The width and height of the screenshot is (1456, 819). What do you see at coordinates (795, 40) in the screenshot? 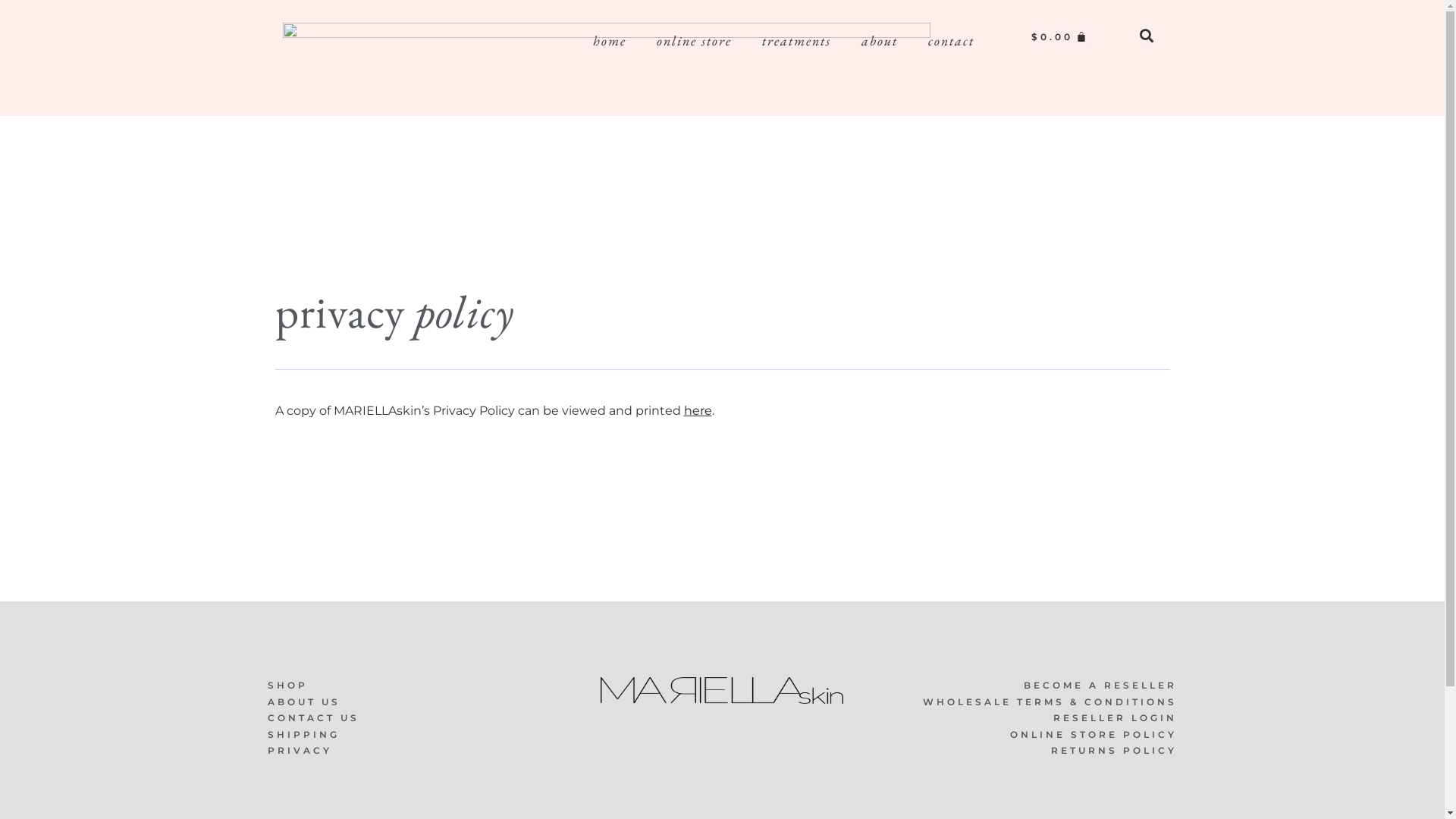
I see `'treatments'` at bounding box center [795, 40].